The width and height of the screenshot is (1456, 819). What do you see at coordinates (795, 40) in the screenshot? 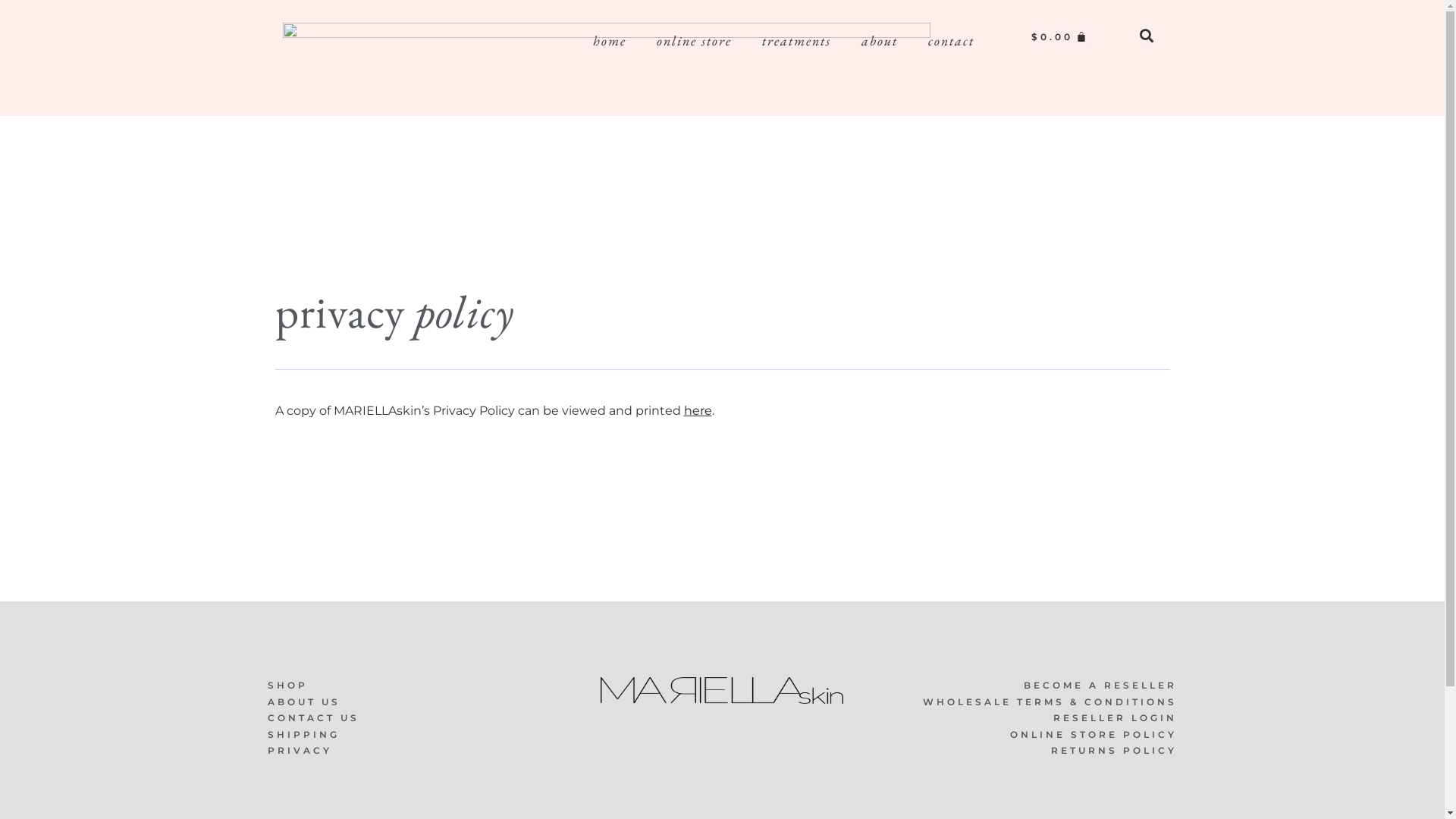
I see `'treatments'` at bounding box center [795, 40].